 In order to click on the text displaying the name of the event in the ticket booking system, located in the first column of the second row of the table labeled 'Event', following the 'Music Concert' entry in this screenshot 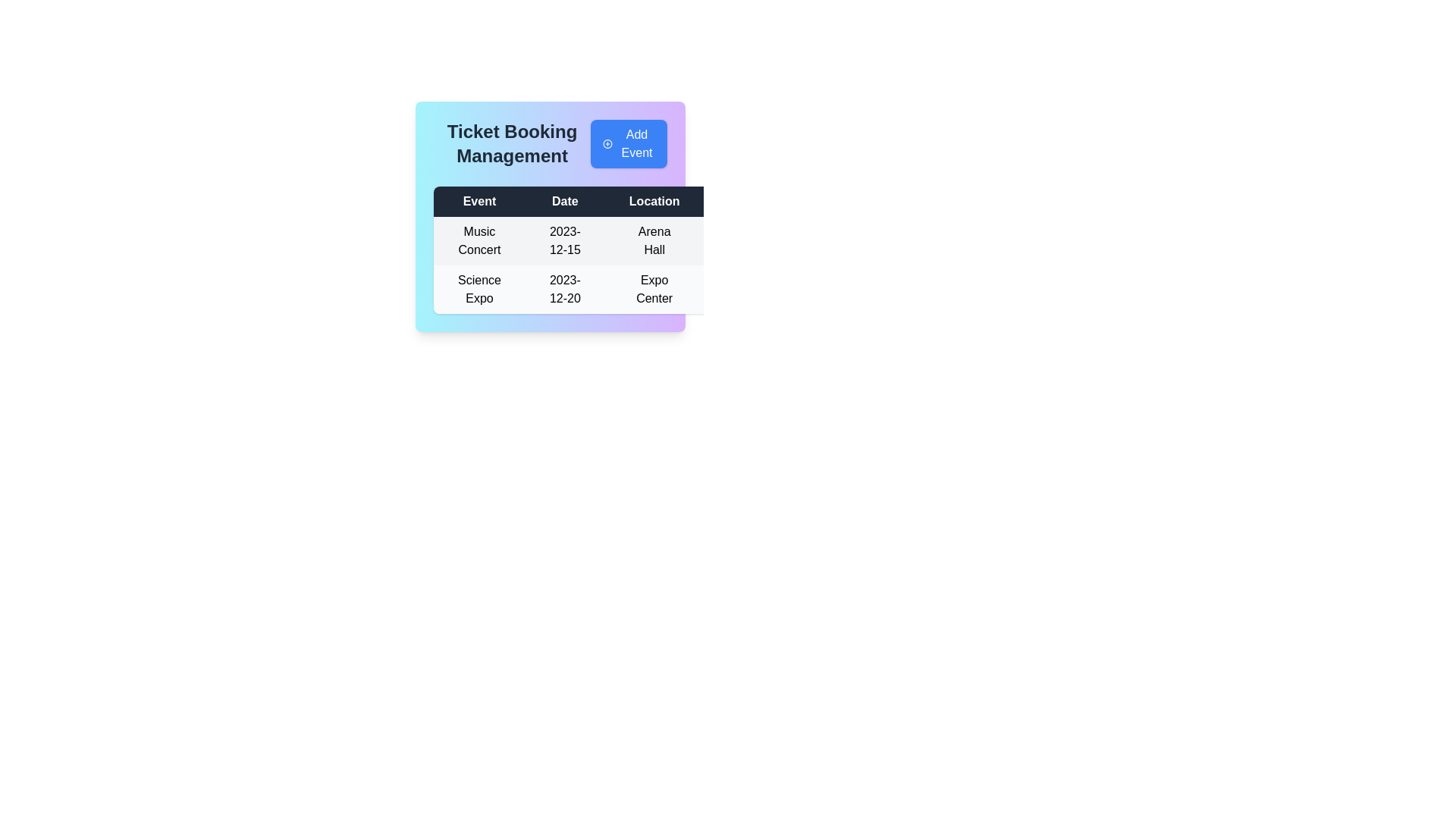, I will do `click(479, 289)`.